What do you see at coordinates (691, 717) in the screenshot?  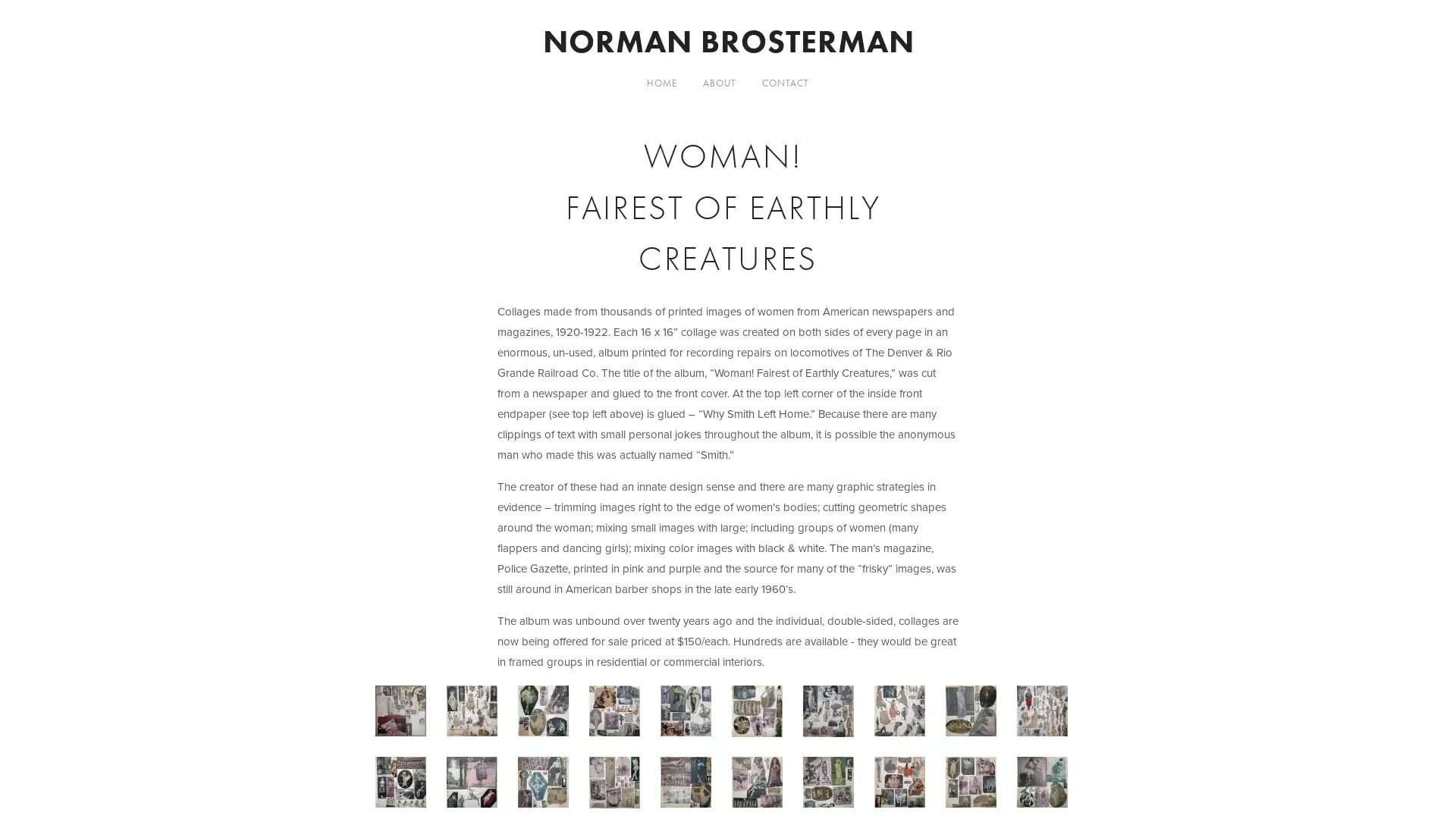 I see `View fullsize Smith 41.jpg` at bounding box center [691, 717].